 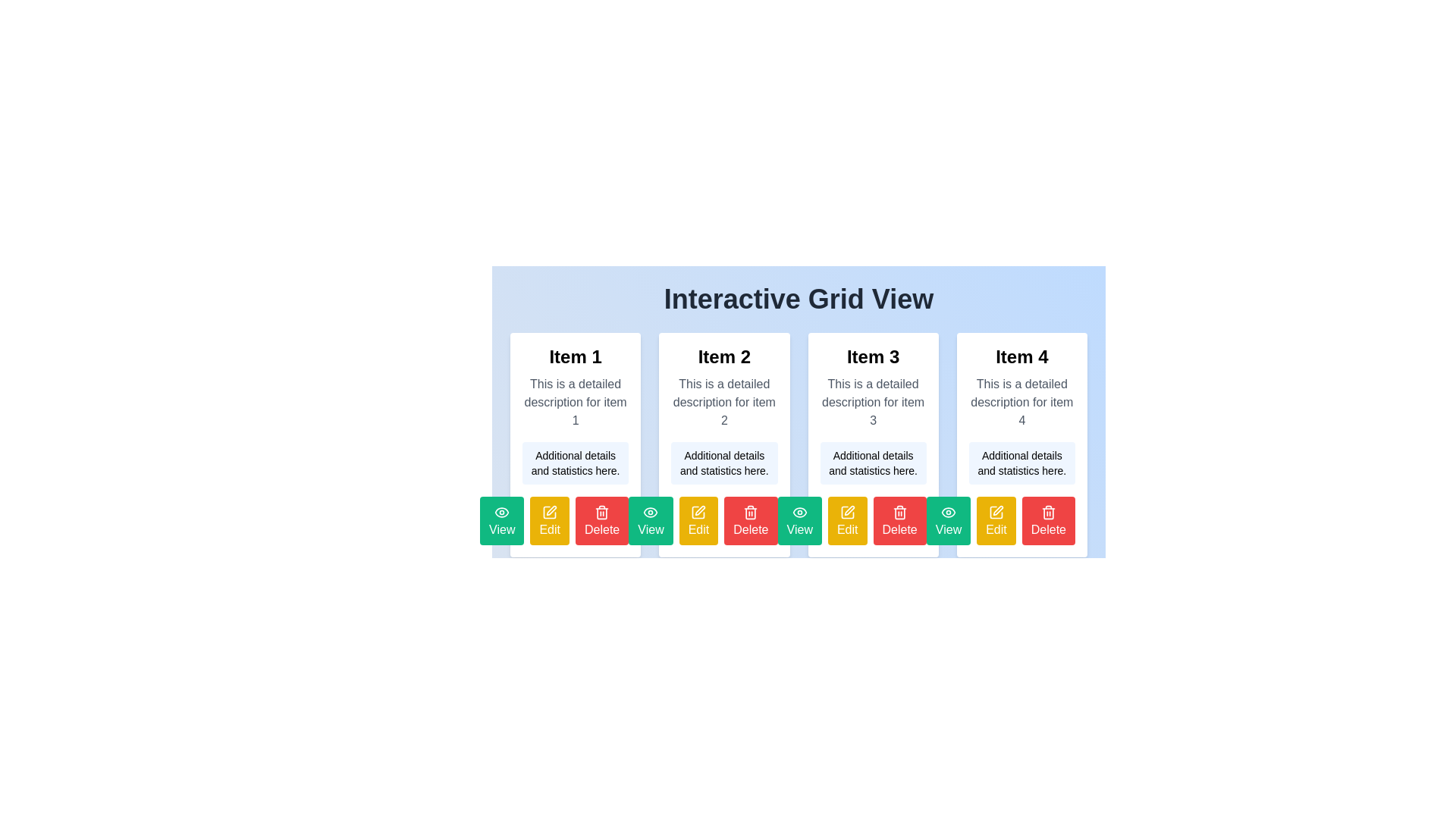 I want to click on the yellow pen icon within the 'Edit' button located in the fourth column below 'Item 4' to initiate the edit action, so click(x=996, y=512).